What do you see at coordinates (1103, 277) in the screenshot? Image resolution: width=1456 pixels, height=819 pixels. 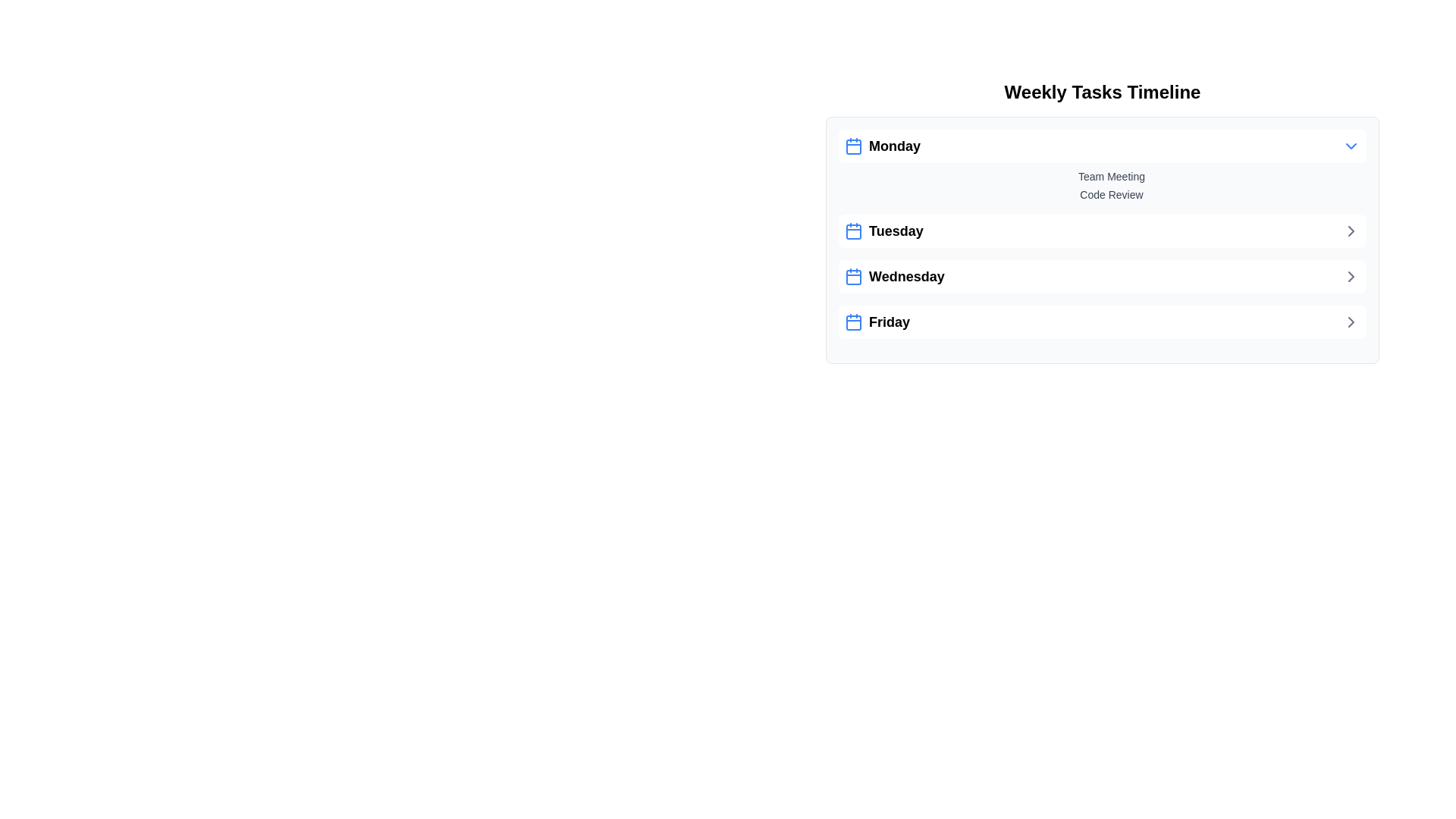 I see `the list item representing 'Wednesday'` at bounding box center [1103, 277].